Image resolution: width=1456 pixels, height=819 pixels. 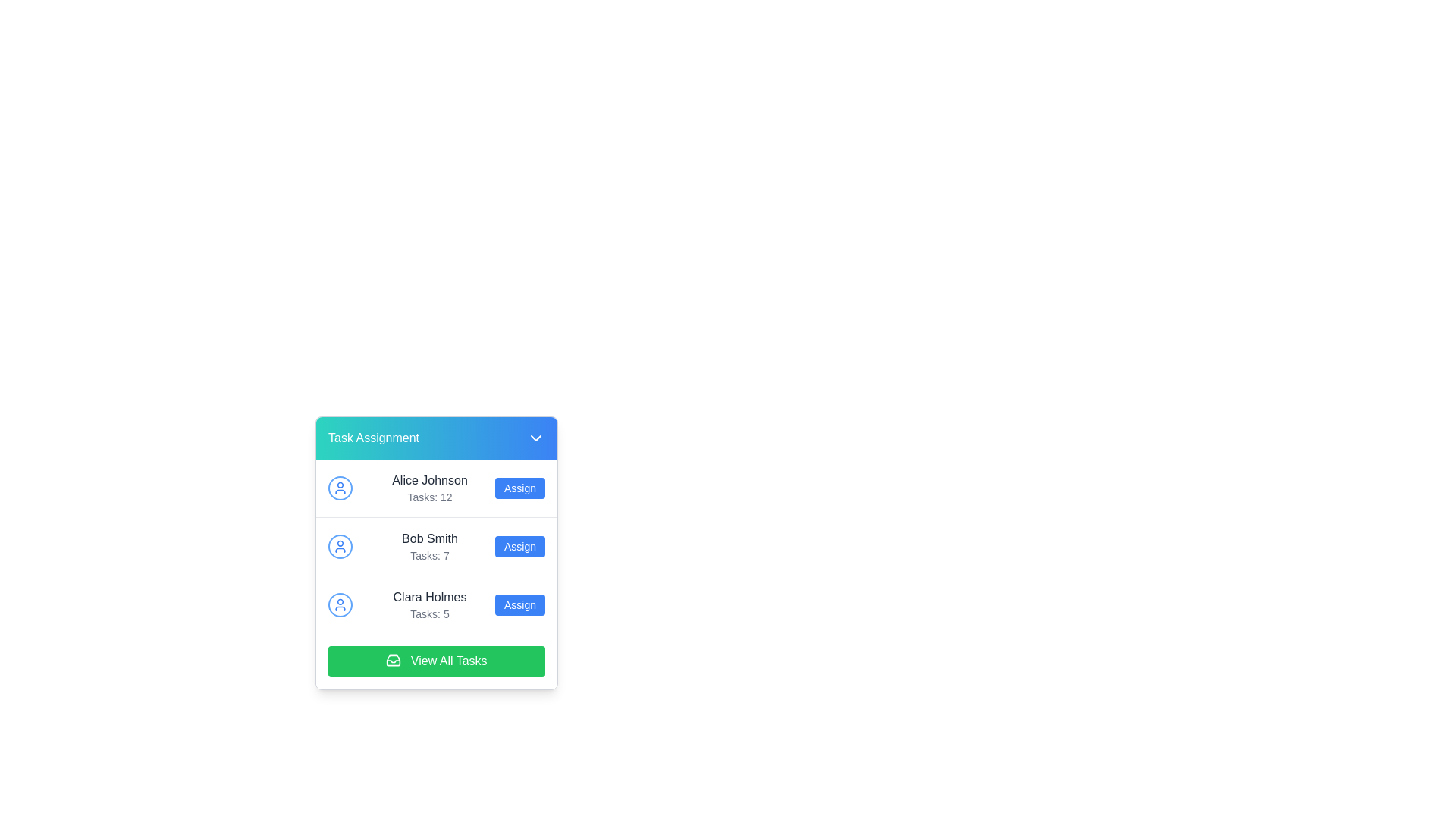 What do you see at coordinates (428, 547) in the screenshot?
I see `the text display that shows 'Bob Smith' with 'Tasks: 7' underneath it, located in the middle row of the list section under 'Task Assignment'` at bounding box center [428, 547].